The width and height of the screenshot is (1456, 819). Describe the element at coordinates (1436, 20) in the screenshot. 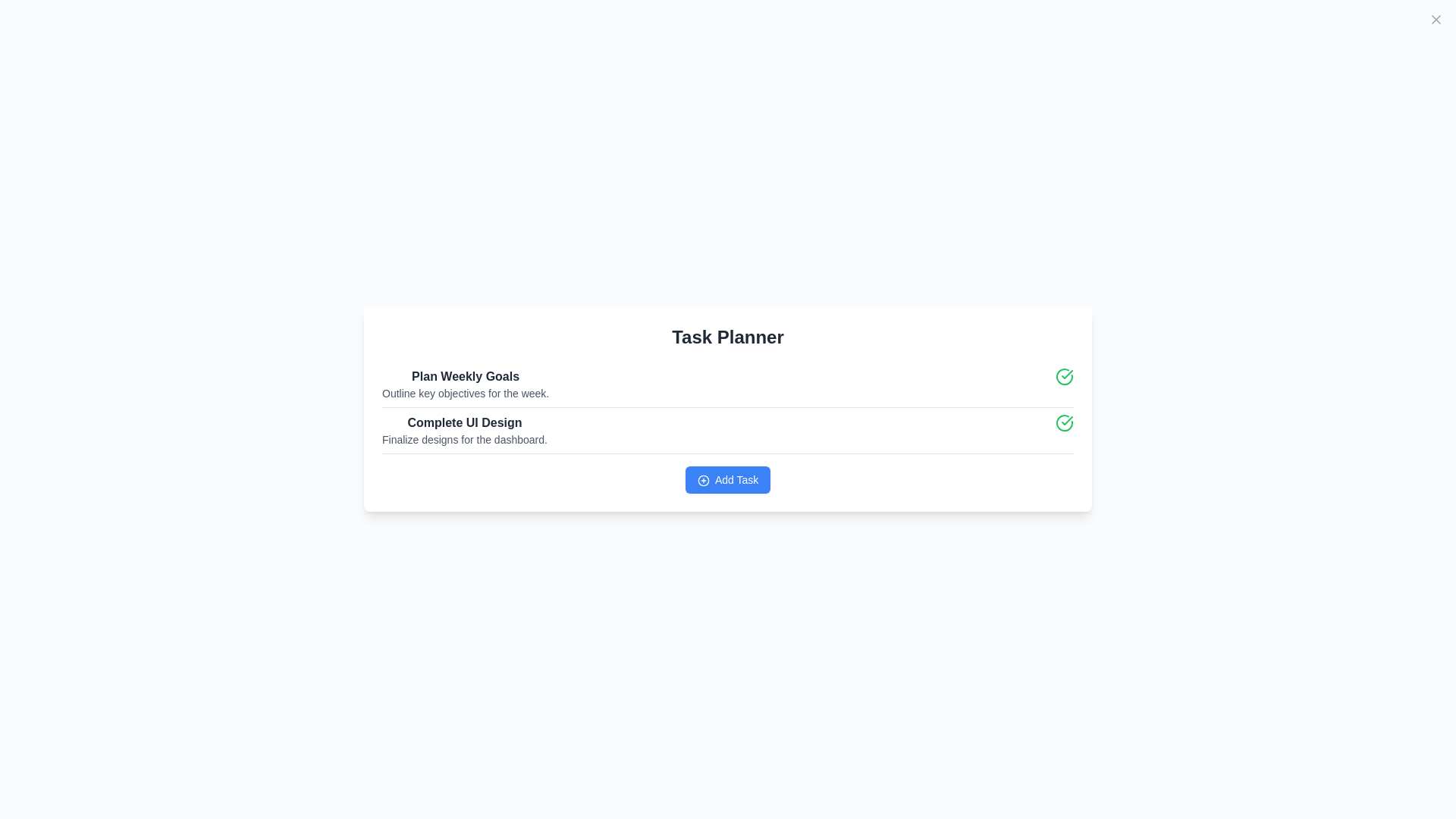

I see `the close button located at the top-right corner of the task planner modal to toggle its visibility` at that location.